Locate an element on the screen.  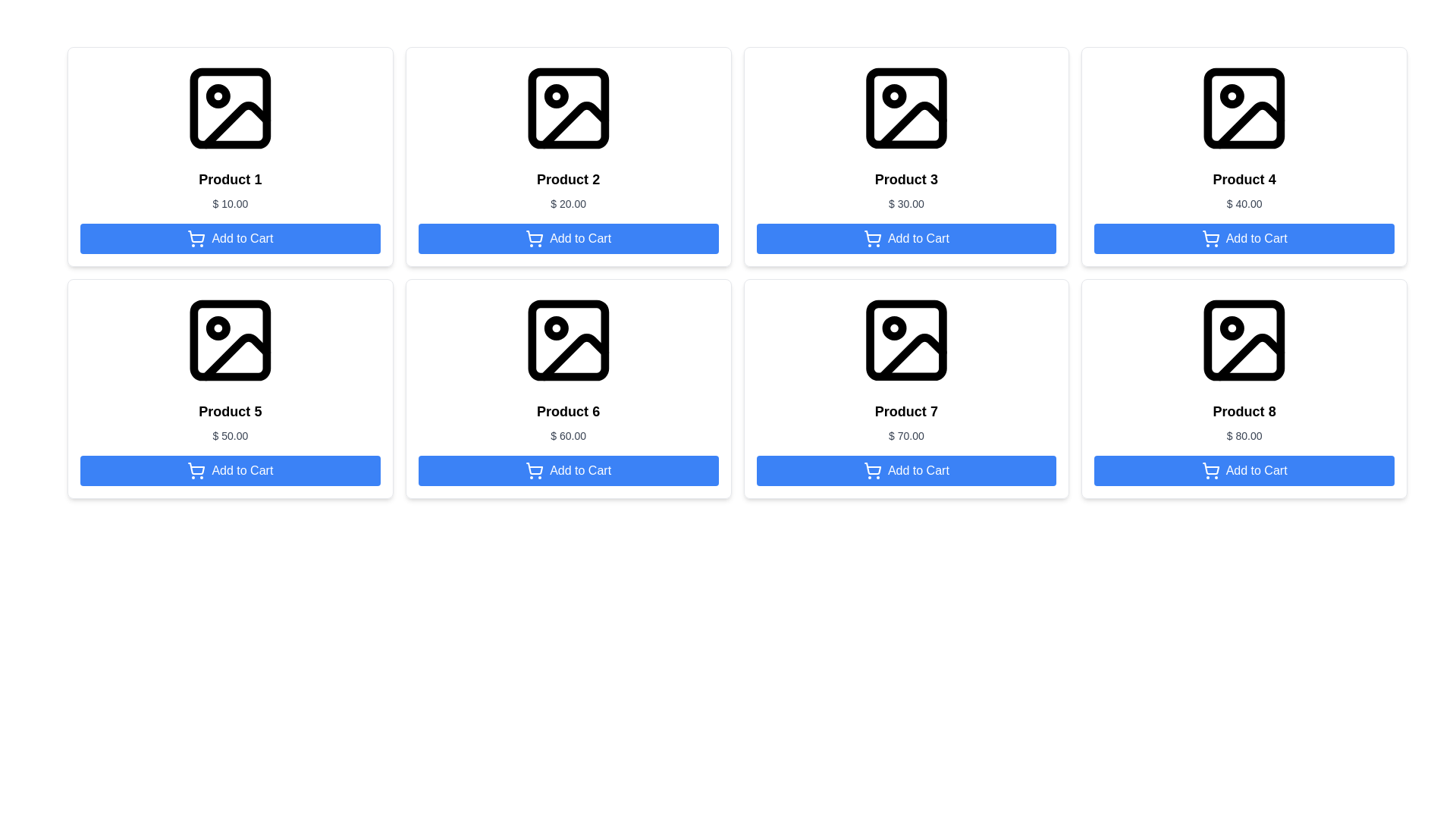
the small rectangular decorative component with rounded corners located centrally within the image area of 'Product 6' is located at coordinates (567, 339).